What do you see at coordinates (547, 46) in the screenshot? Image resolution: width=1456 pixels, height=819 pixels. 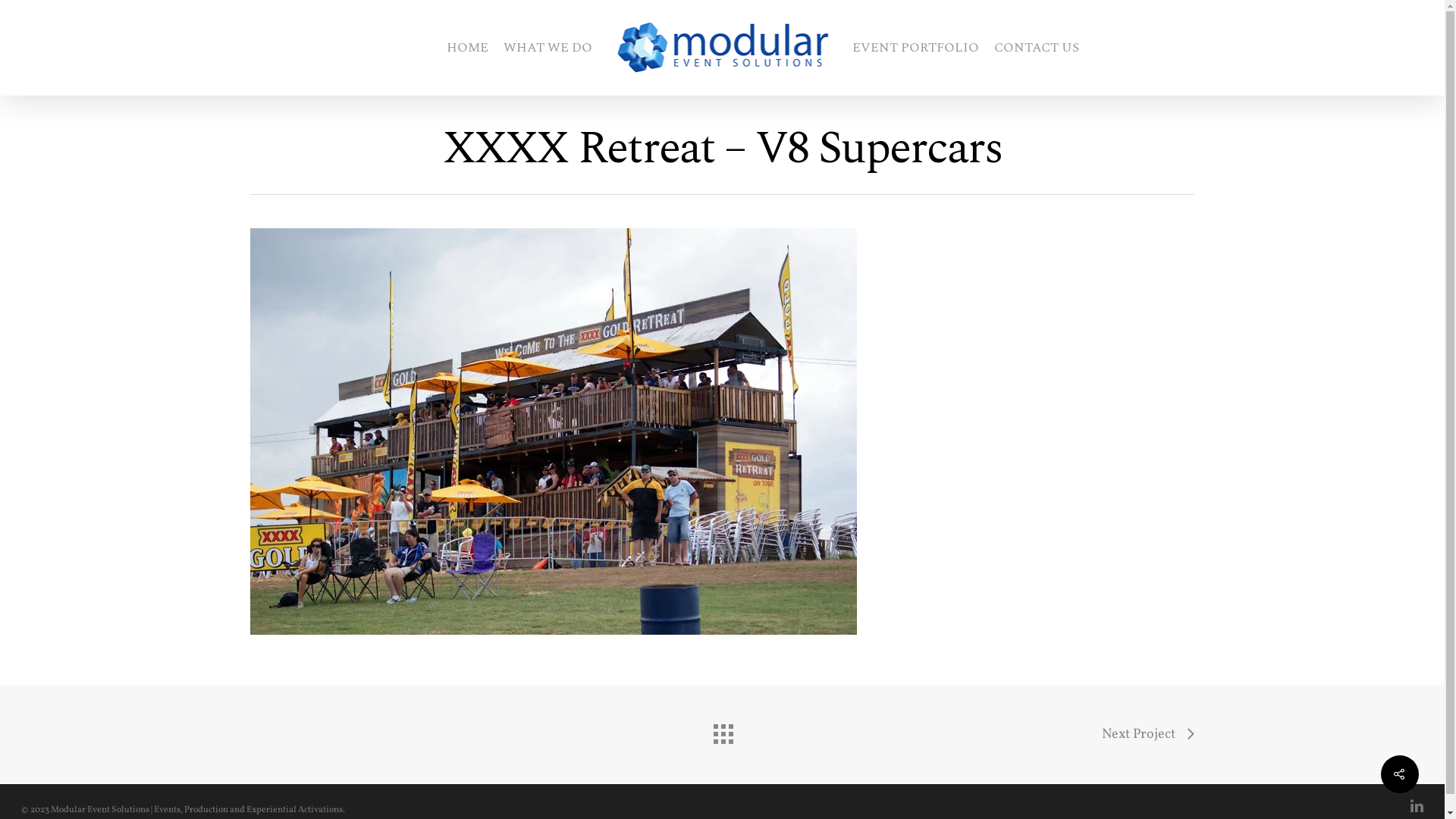 I see `'WHAT WE DO'` at bounding box center [547, 46].